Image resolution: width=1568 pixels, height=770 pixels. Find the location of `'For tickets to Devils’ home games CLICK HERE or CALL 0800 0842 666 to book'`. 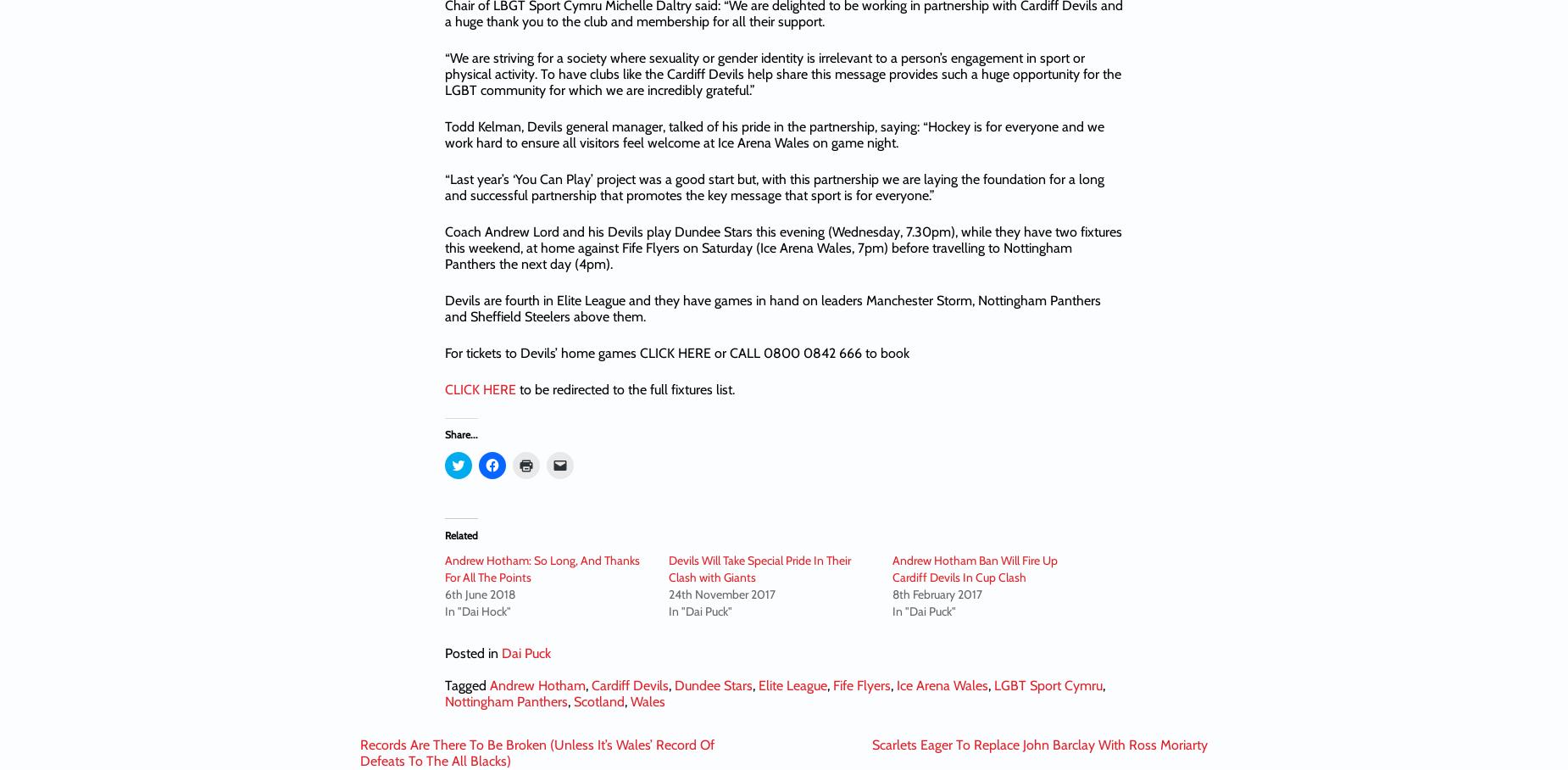

'For tickets to Devils’ home games CLICK HERE or CALL 0800 0842 666 to book' is located at coordinates (677, 352).